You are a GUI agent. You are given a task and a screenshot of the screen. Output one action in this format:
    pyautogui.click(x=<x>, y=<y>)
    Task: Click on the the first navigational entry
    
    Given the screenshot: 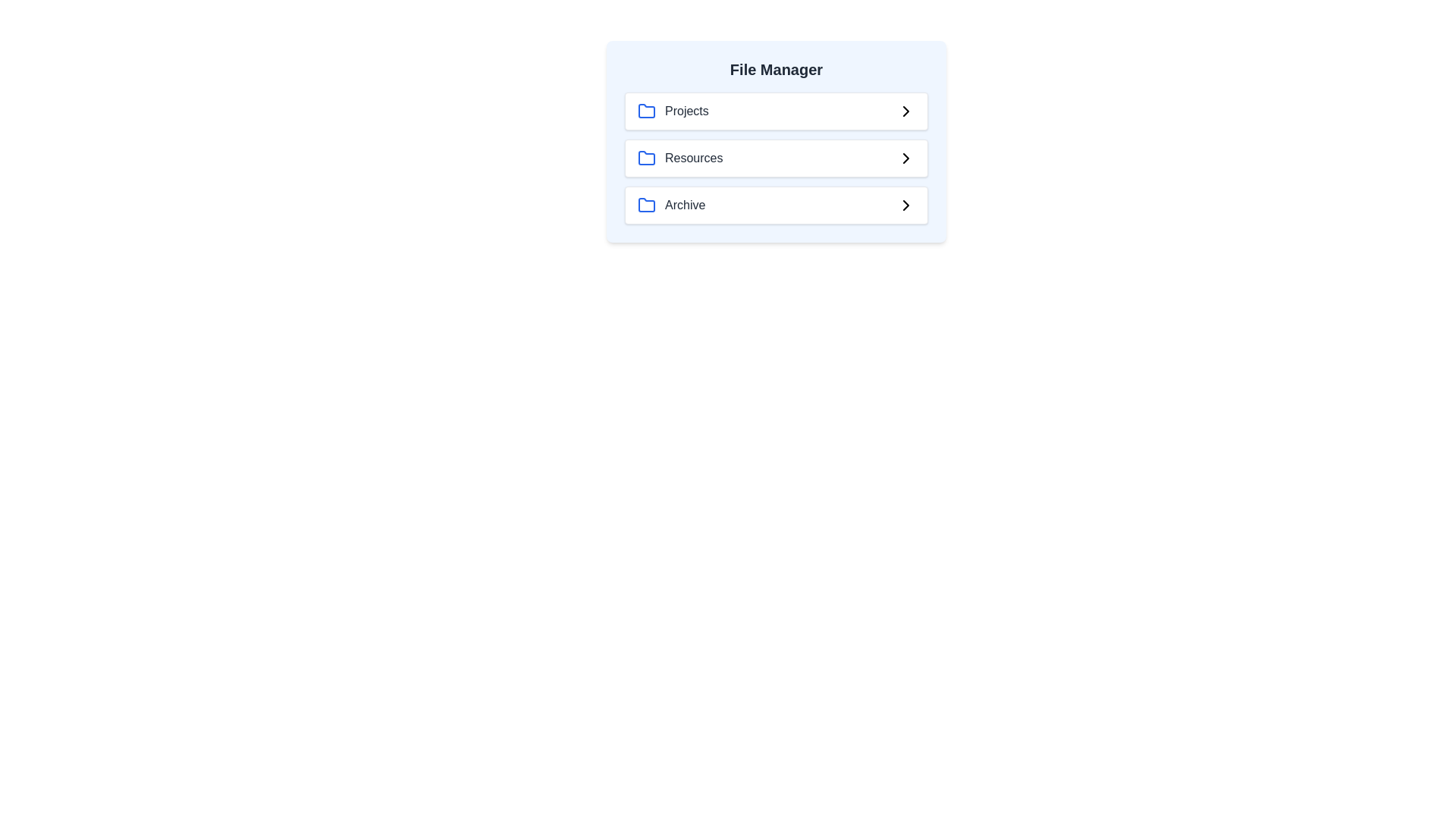 What is the action you would take?
    pyautogui.click(x=672, y=110)
    